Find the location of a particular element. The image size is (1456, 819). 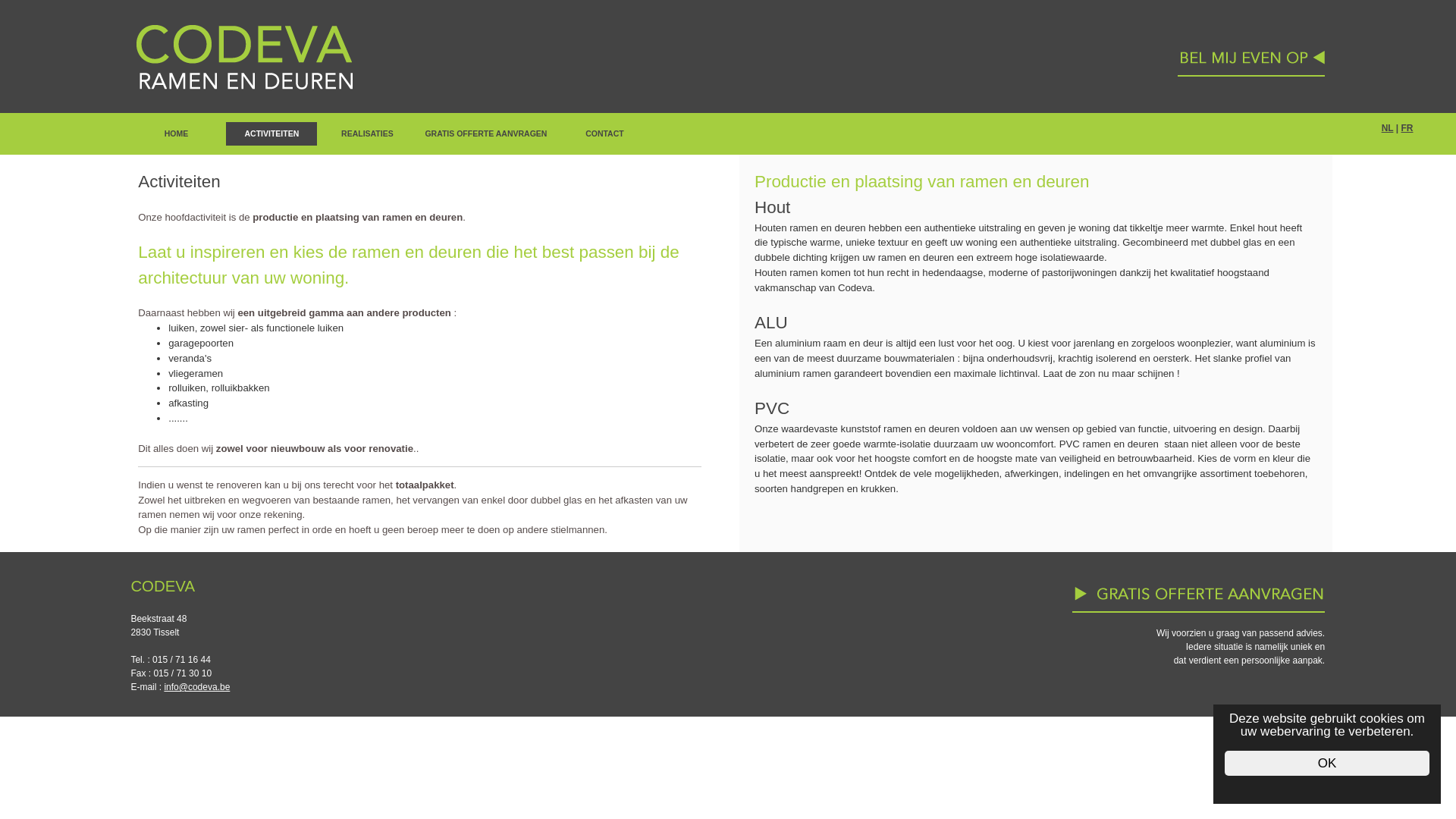

'NL' is located at coordinates (1382, 127).